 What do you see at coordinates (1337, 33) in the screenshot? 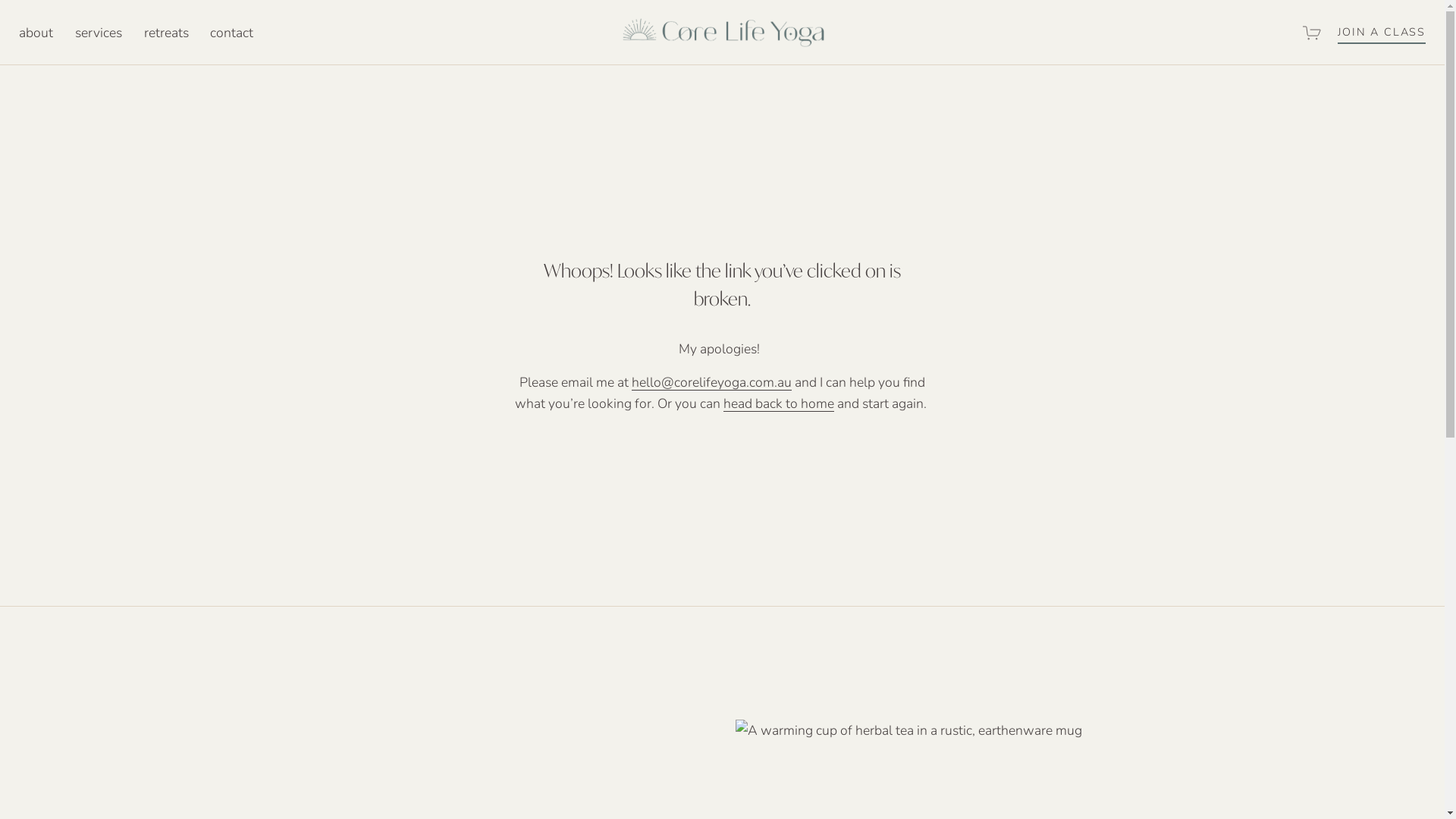
I see `'JOIN A CLASS'` at bounding box center [1337, 33].